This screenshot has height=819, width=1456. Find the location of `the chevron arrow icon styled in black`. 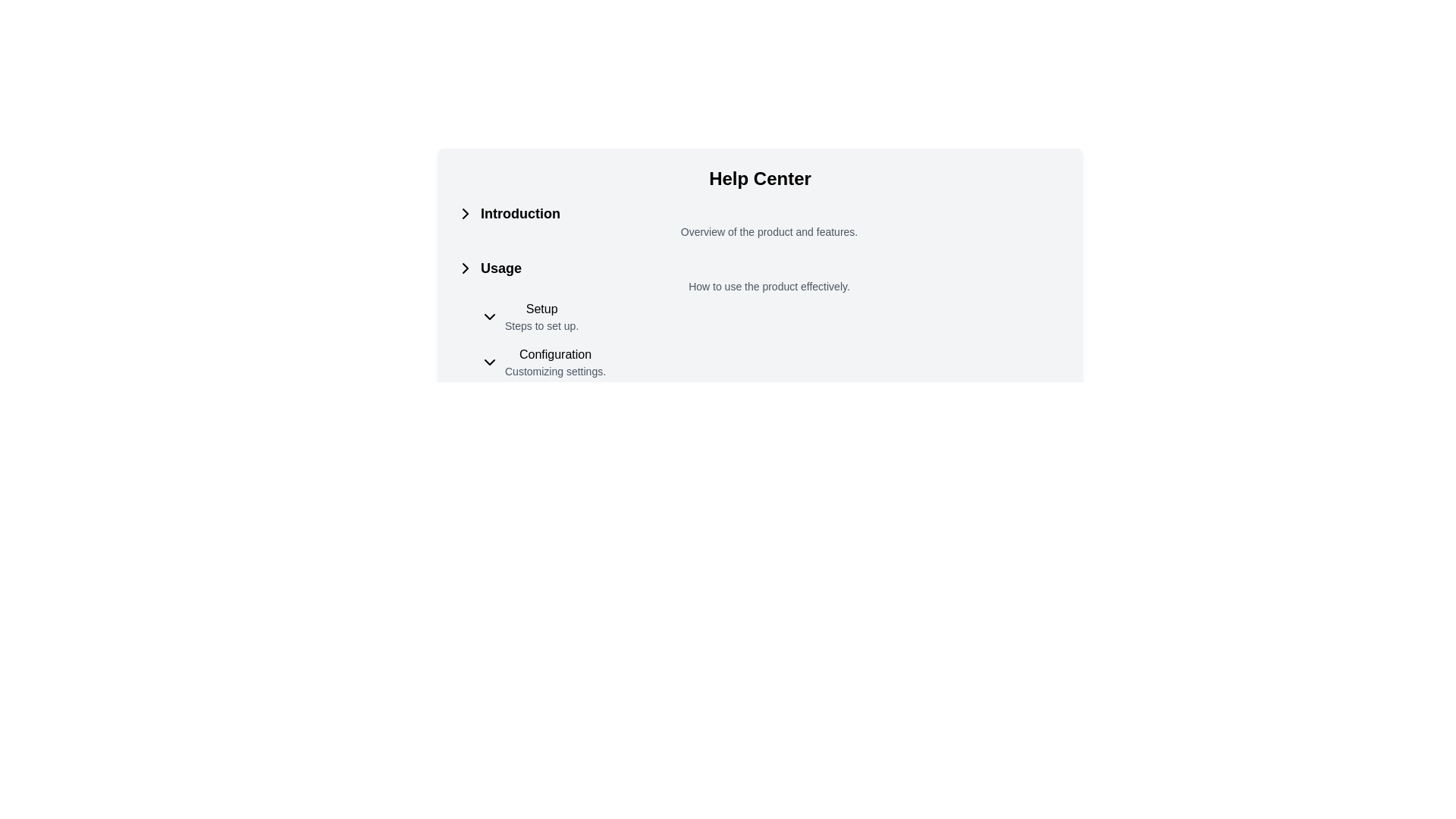

the chevron arrow icon styled in black is located at coordinates (465, 213).